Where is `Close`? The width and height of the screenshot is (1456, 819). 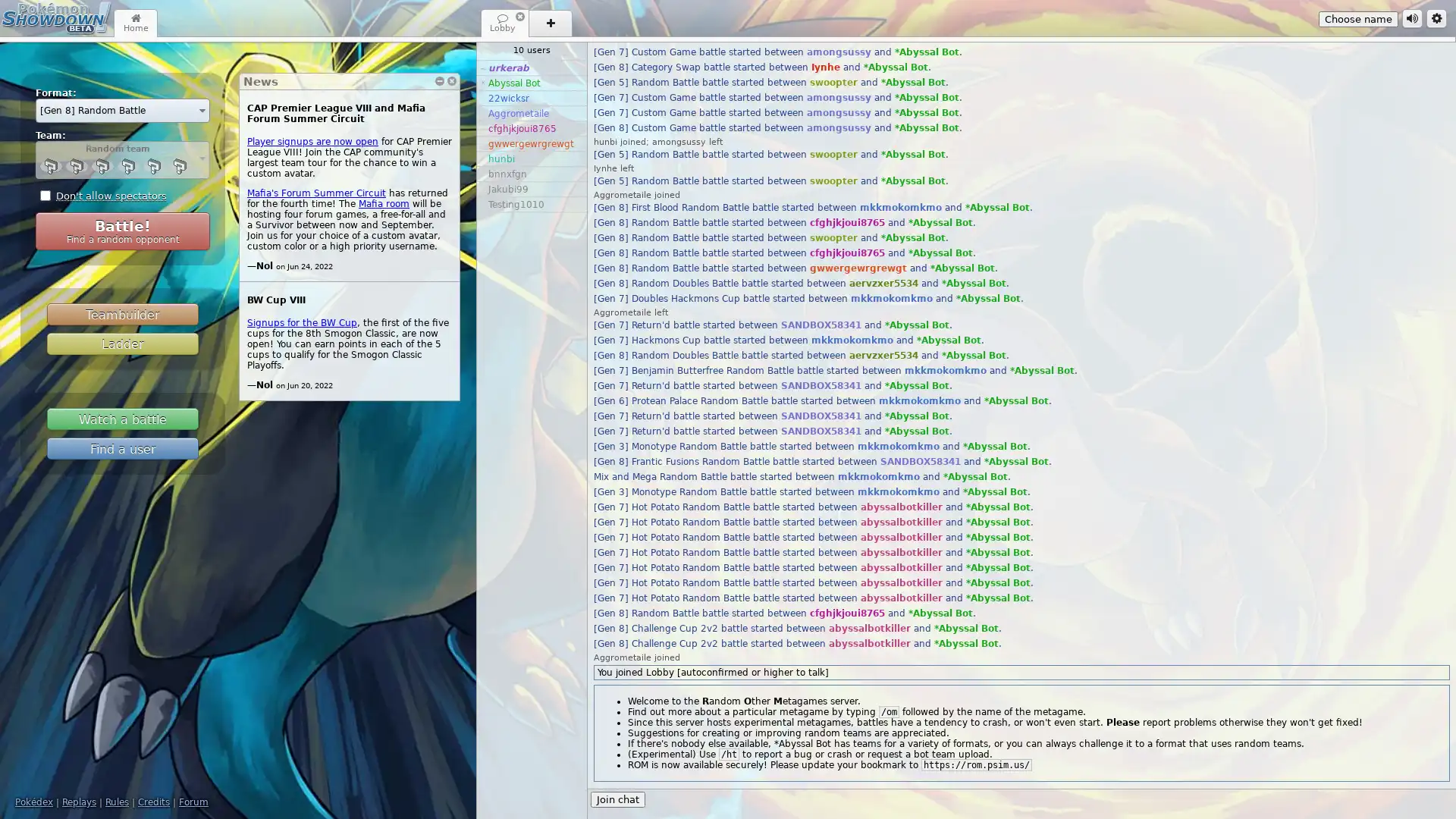
Close is located at coordinates (522, 17).